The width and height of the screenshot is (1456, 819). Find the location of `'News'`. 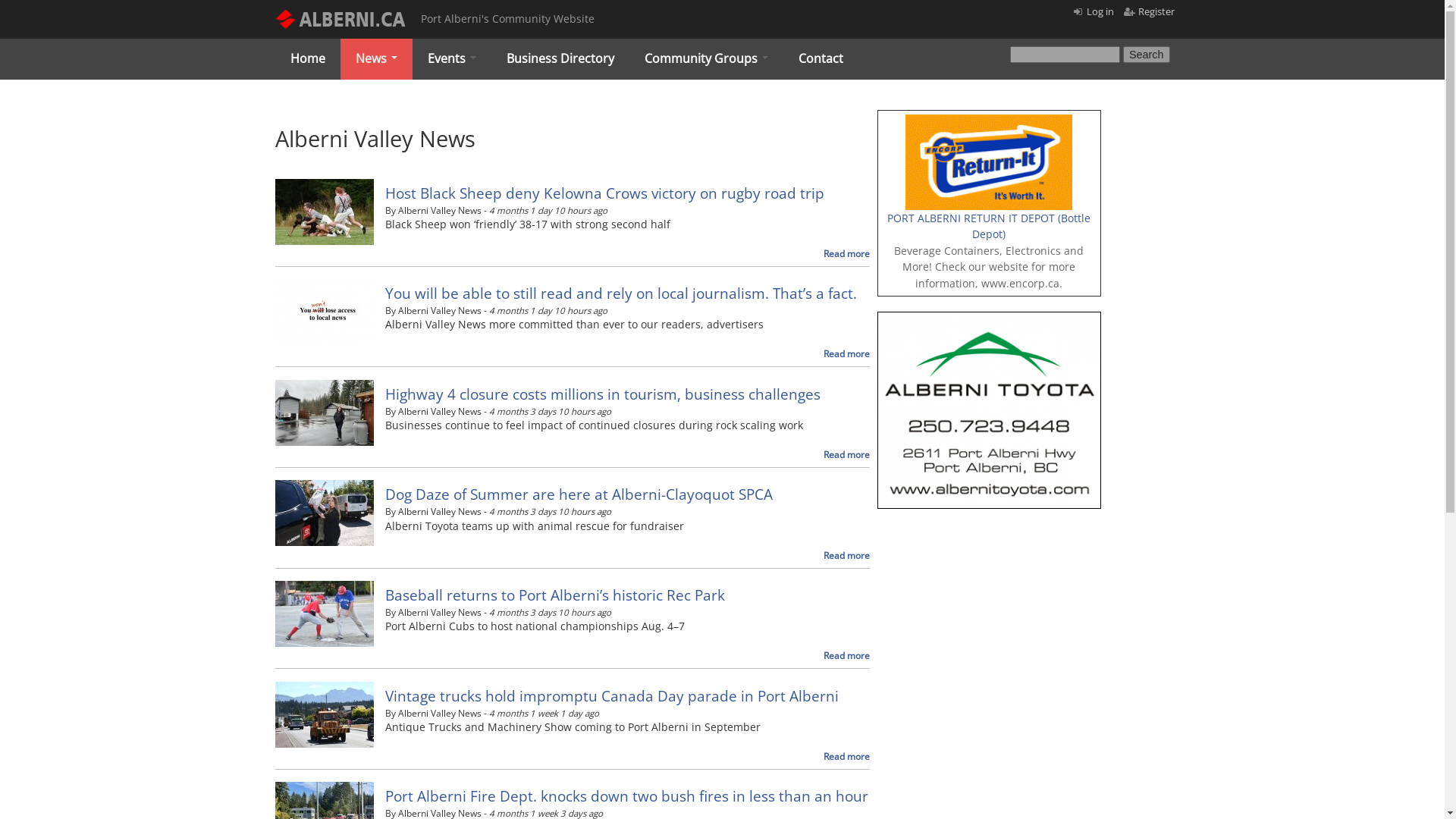

'News' is located at coordinates (375, 58).